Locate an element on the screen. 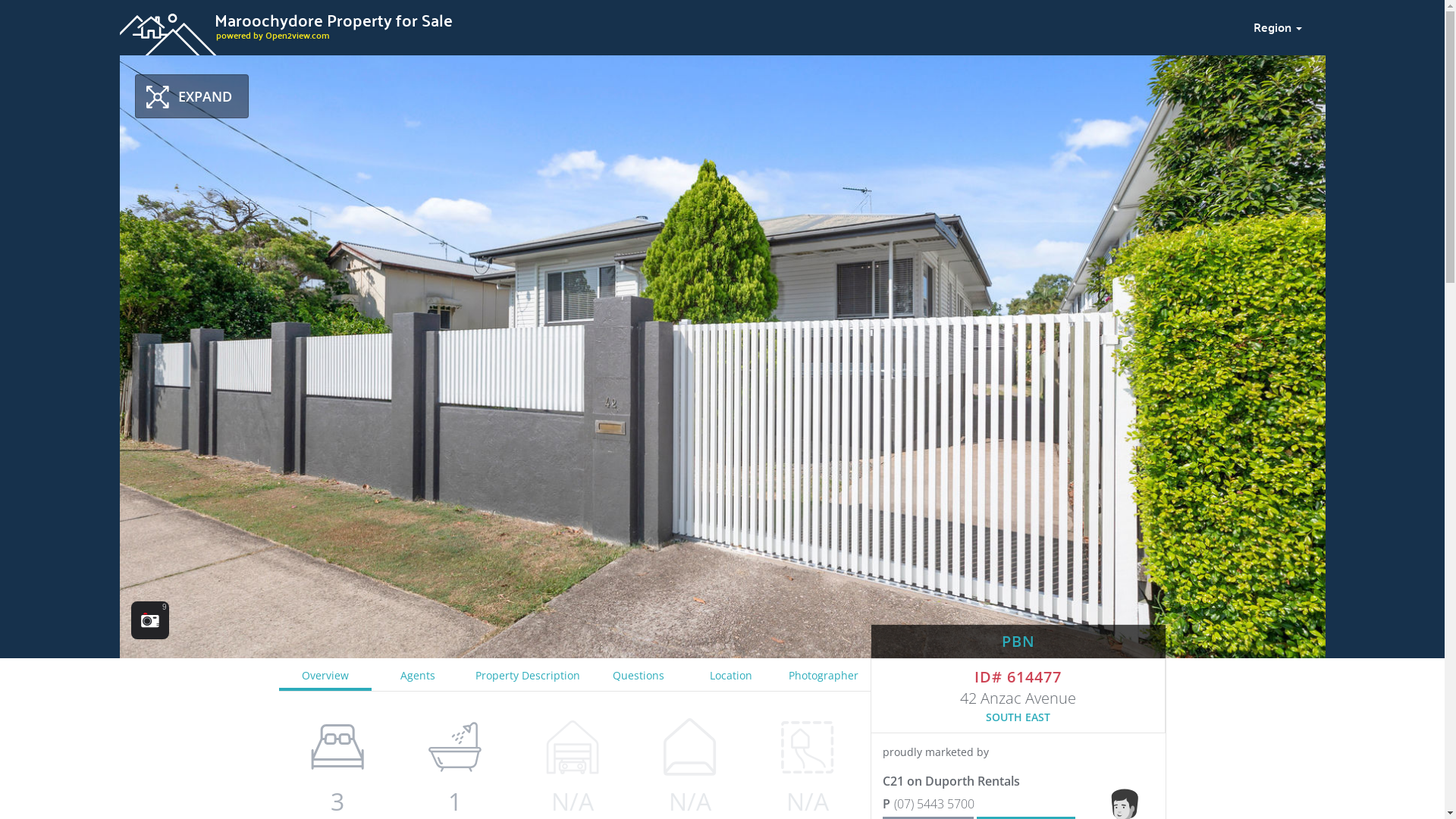 The image size is (1456, 819). 'Questions' is located at coordinates (590, 673).